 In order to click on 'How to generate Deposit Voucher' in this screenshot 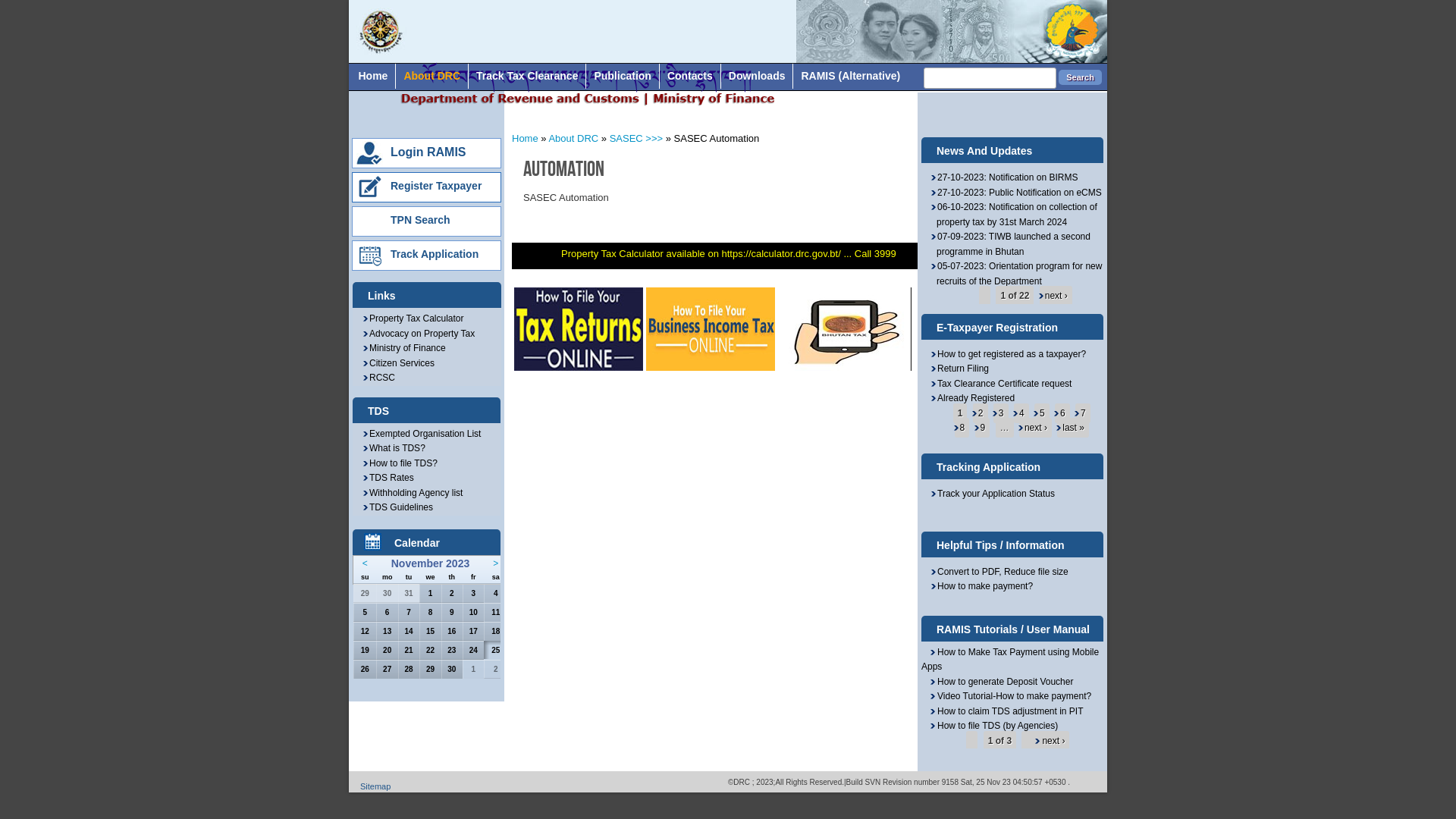, I will do `click(997, 680)`.